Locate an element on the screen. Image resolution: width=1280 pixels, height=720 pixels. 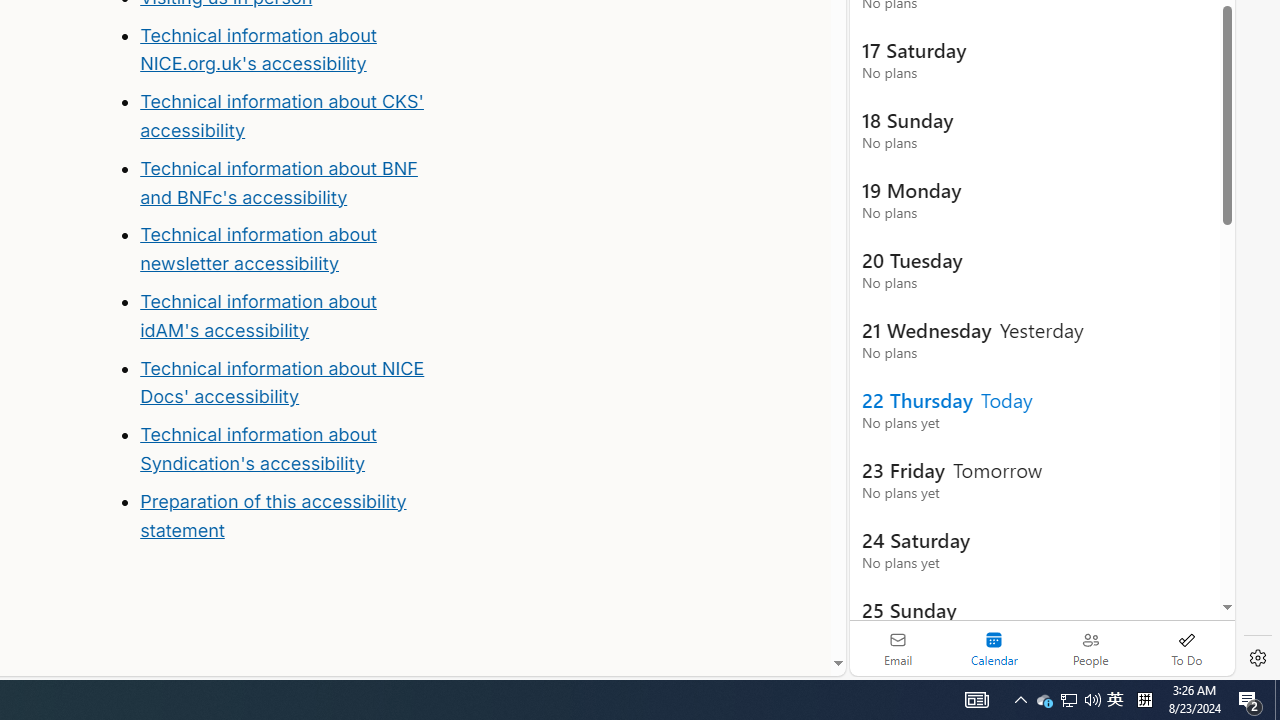
'Selected calendar module. Date today is 22' is located at coordinates (994, 648).